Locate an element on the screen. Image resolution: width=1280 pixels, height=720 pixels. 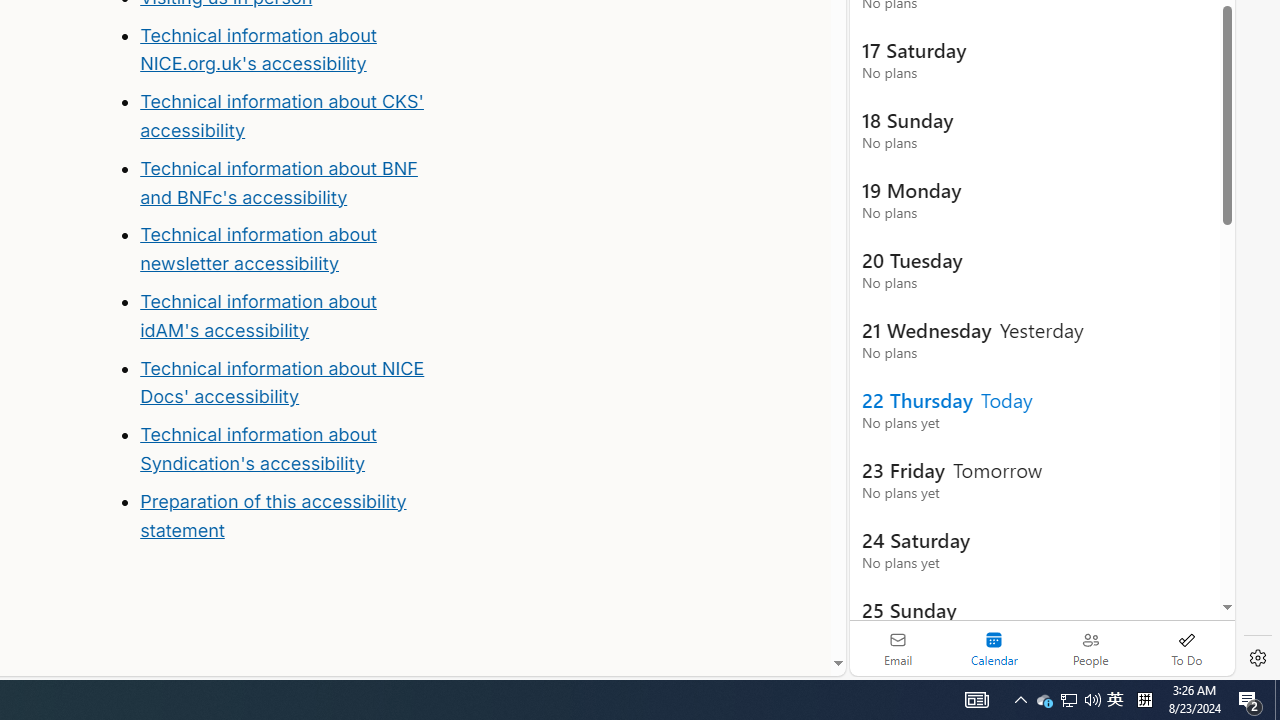
'Selected calendar module. Date today is 22' is located at coordinates (994, 648).